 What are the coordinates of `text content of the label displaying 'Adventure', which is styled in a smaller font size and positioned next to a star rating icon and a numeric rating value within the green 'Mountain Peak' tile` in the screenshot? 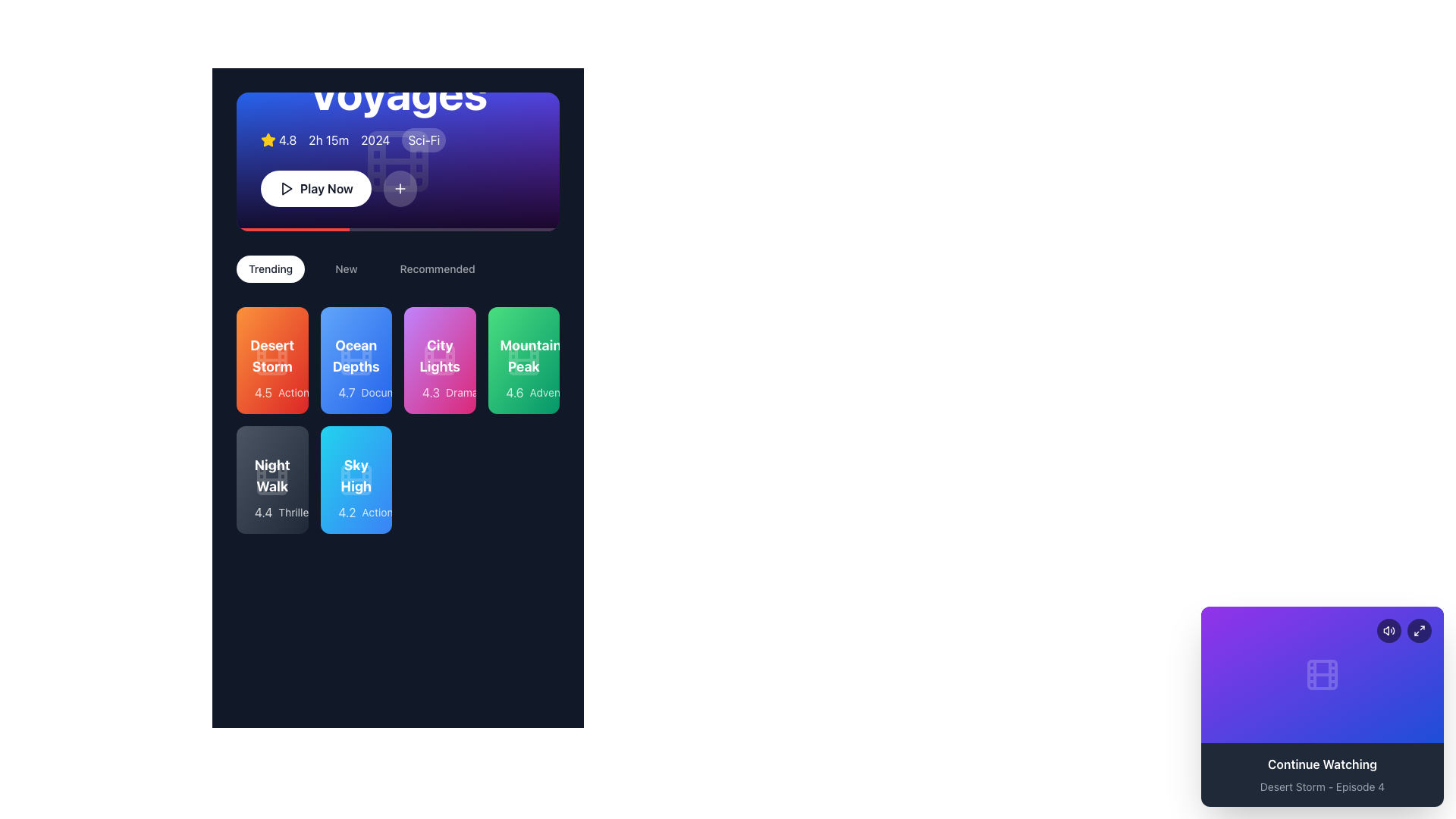 It's located at (554, 392).